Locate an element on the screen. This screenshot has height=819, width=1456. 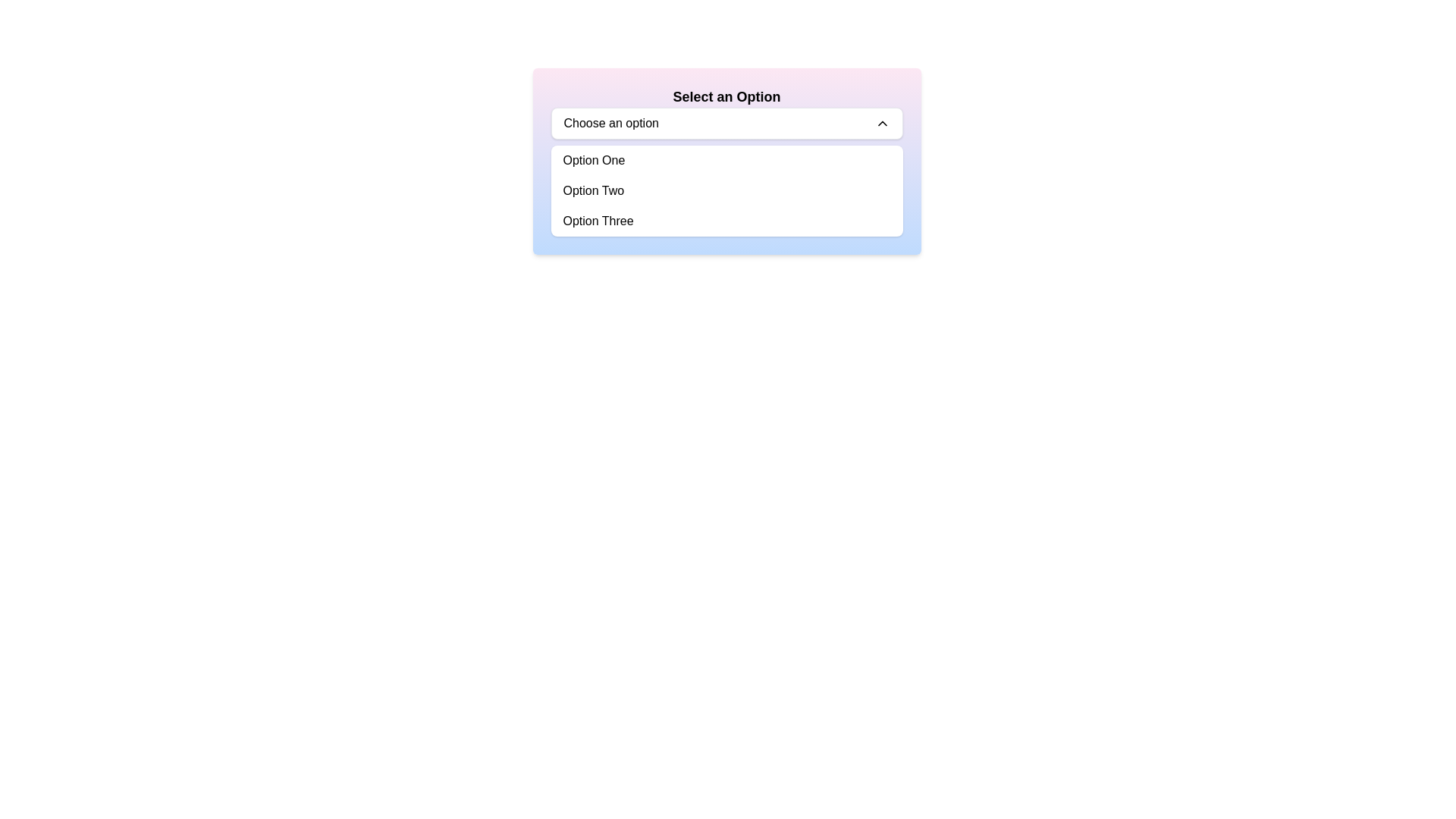
the chevron-up icon located at the top-right corner of the dropdown menu next to the text 'Choose an option' is located at coordinates (882, 122).